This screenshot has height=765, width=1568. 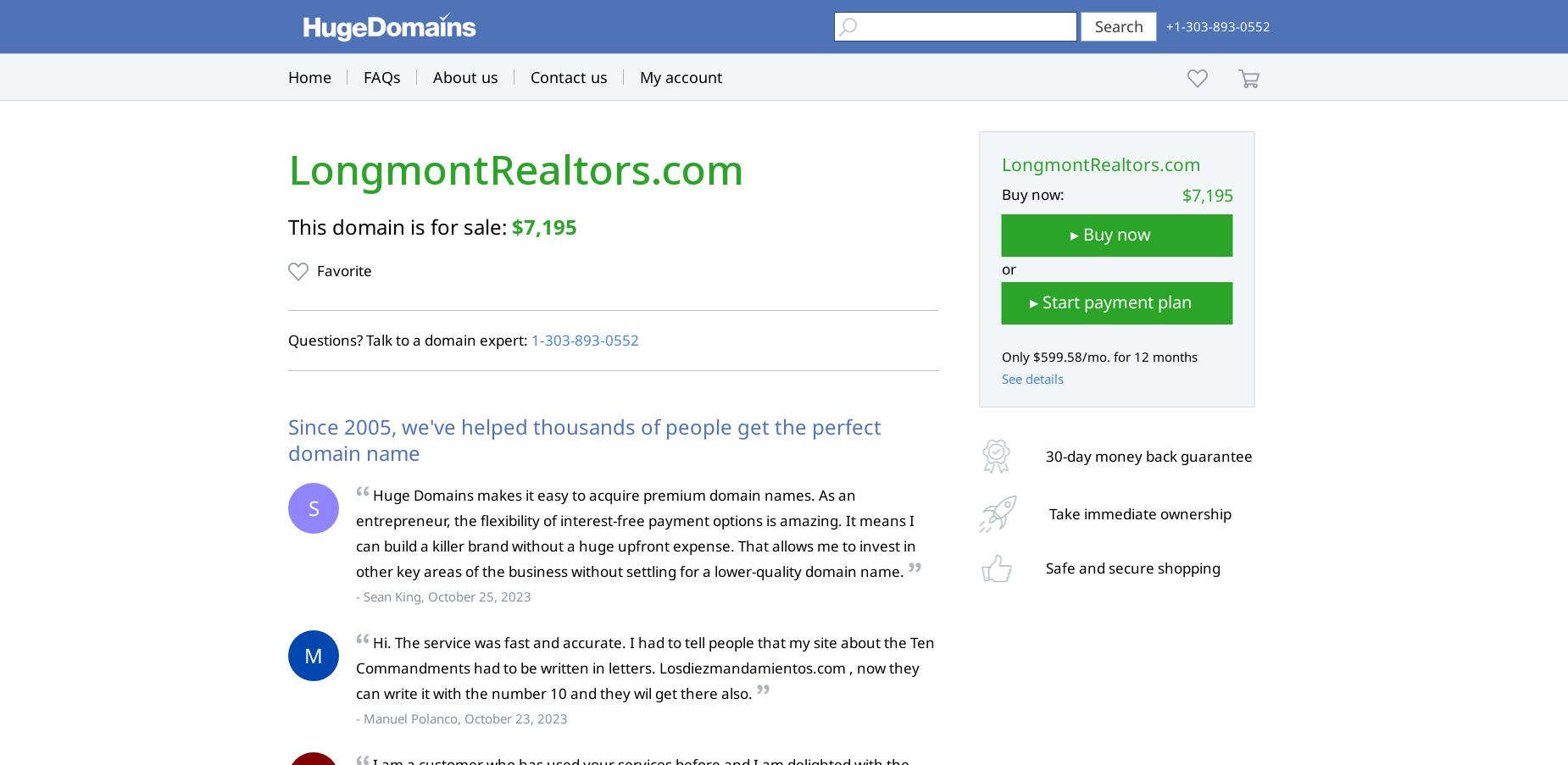 I want to click on 'M', so click(x=313, y=655).